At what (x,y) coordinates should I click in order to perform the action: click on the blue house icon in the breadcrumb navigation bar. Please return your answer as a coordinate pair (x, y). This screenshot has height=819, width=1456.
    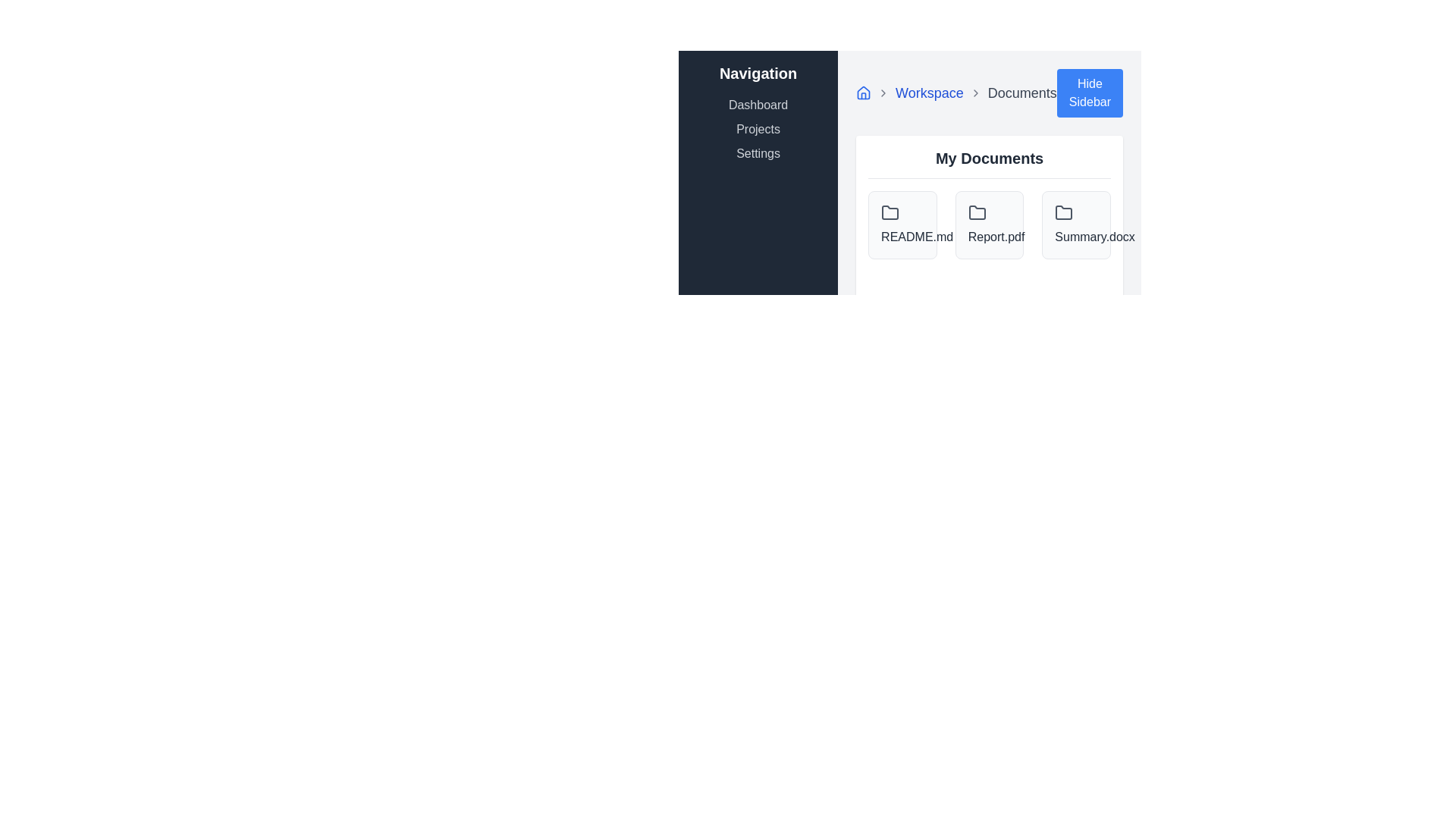
    Looking at the image, I should click on (864, 93).